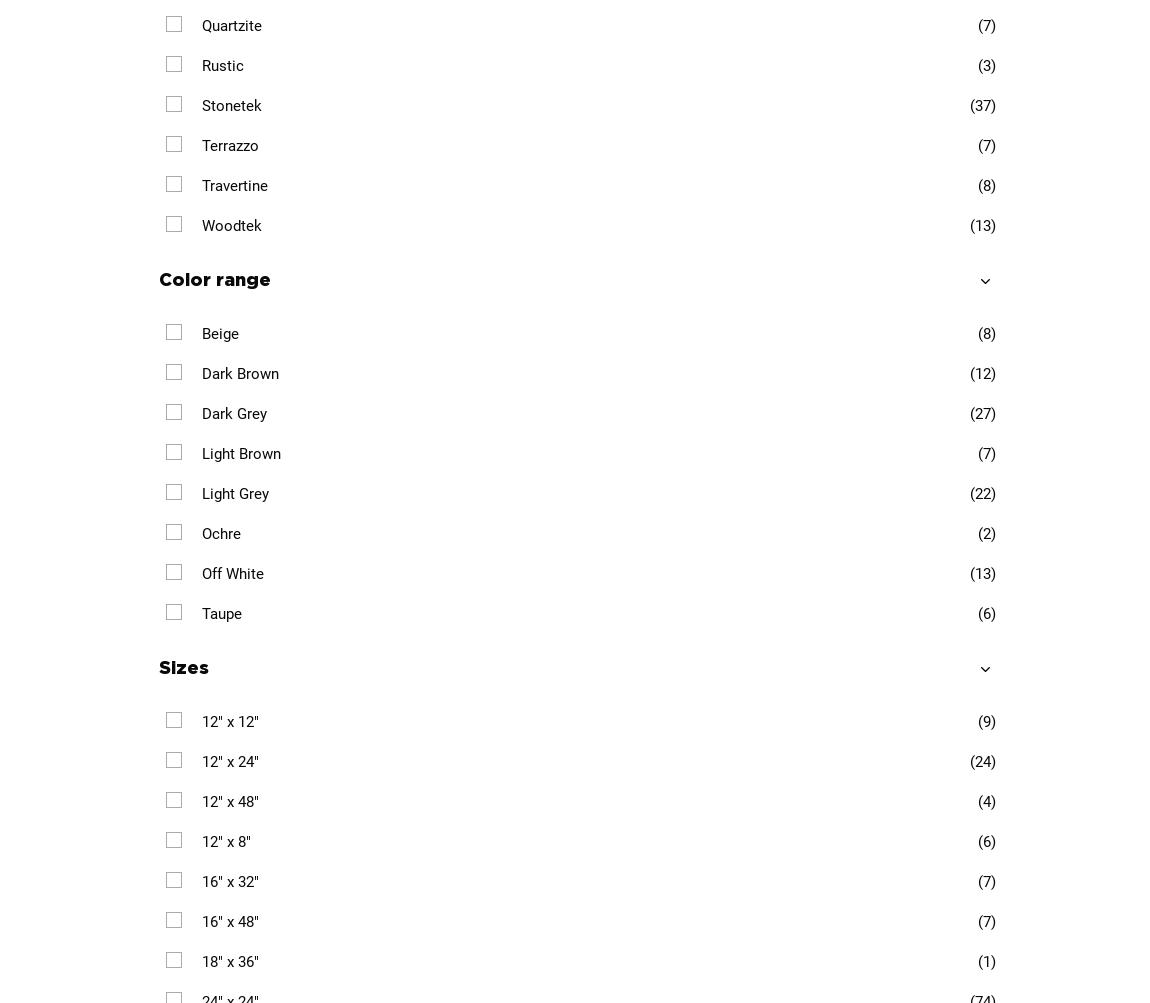  I want to click on '(1)', so click(987, 959).